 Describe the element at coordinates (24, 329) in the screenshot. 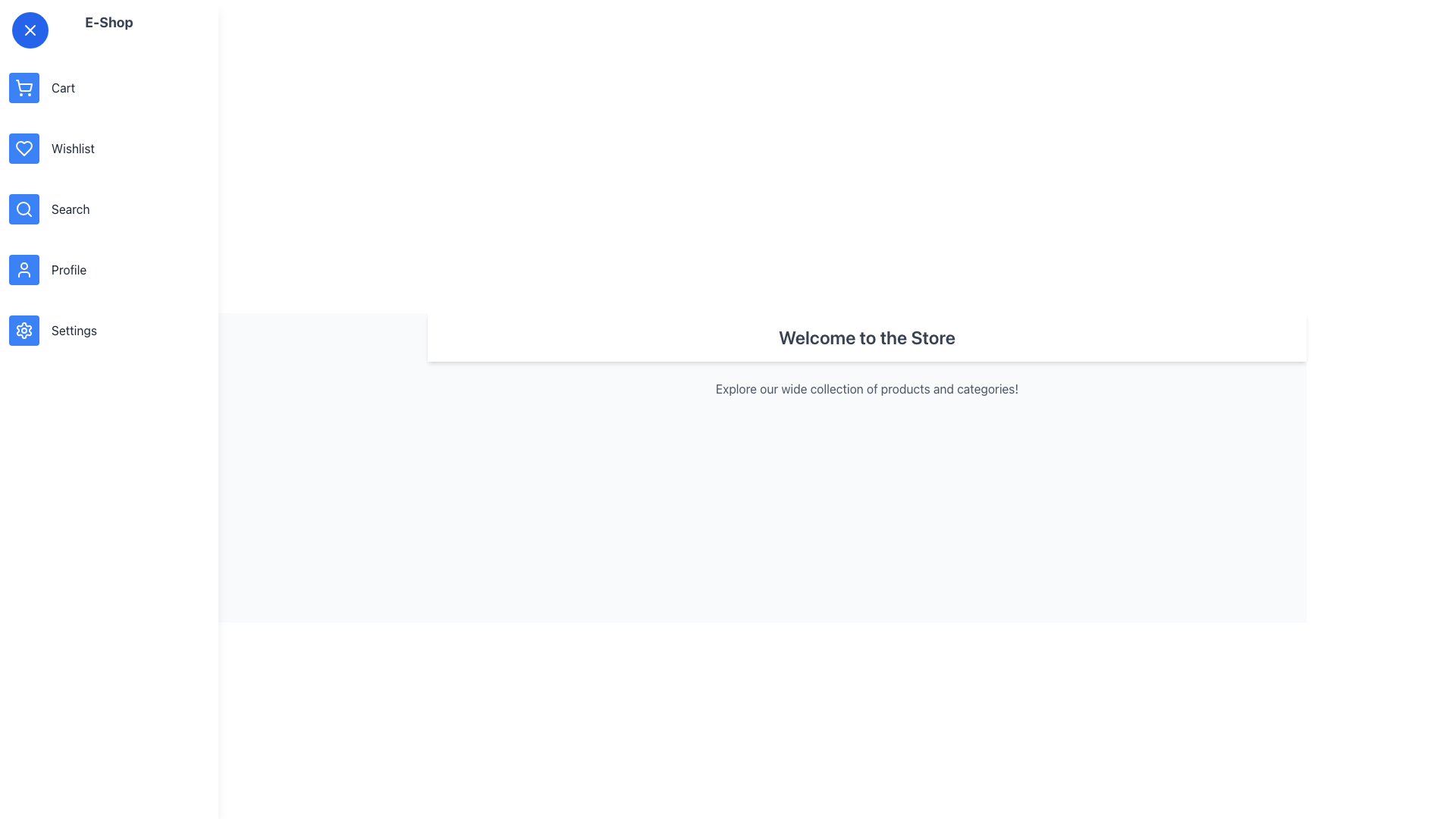

I see `the blue square Icon Button with a white gear icon located in the vertical sidebar menu, positioned to the left of the 'Settings' text label` at that location.